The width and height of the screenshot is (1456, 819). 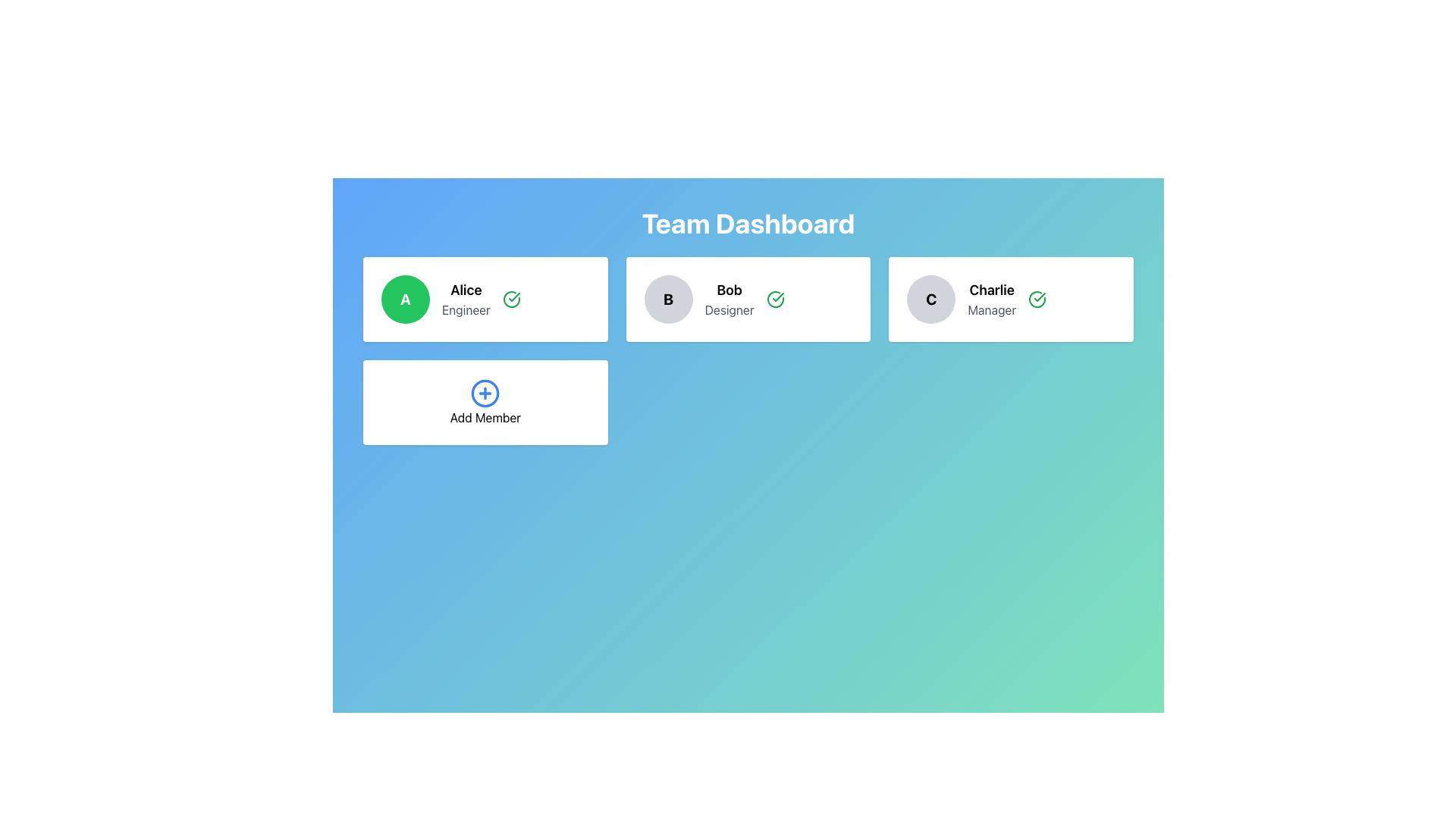 What do you see at coordinates (748, 223) in the screenshot?
I see `the prominent text label displaying 'Team Dashboard' in large, bold white font, which is centrally positioned at the top of the interface with a gradient background from blue to green` at bounding box center [748, 223].